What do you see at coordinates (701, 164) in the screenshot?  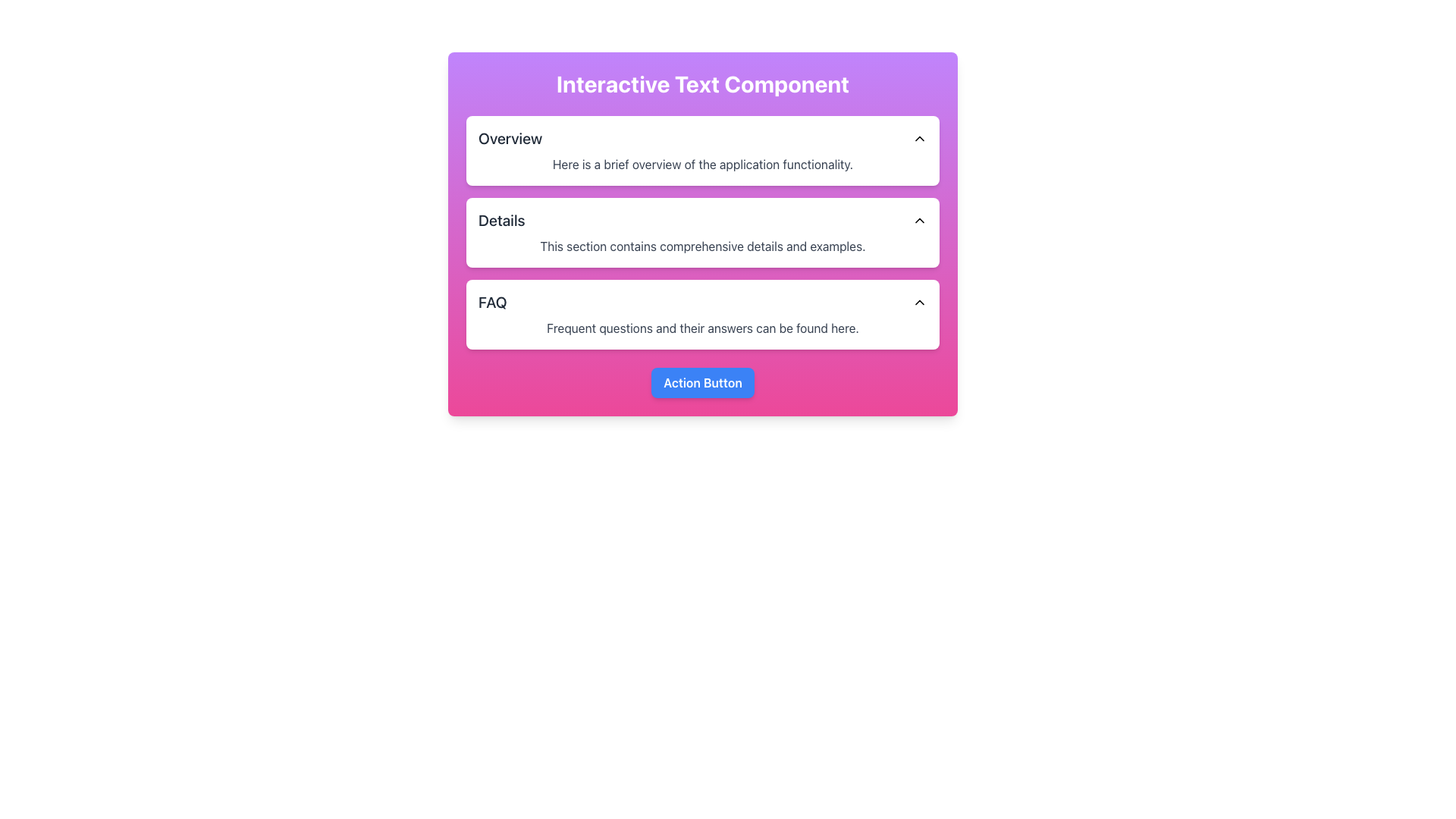 I see `the text block located beneath the 'Overview' label, which provides a concise explanation of the application's functionality, situated within a card with a white background and rounded corners` at bounding box center [701, 164].